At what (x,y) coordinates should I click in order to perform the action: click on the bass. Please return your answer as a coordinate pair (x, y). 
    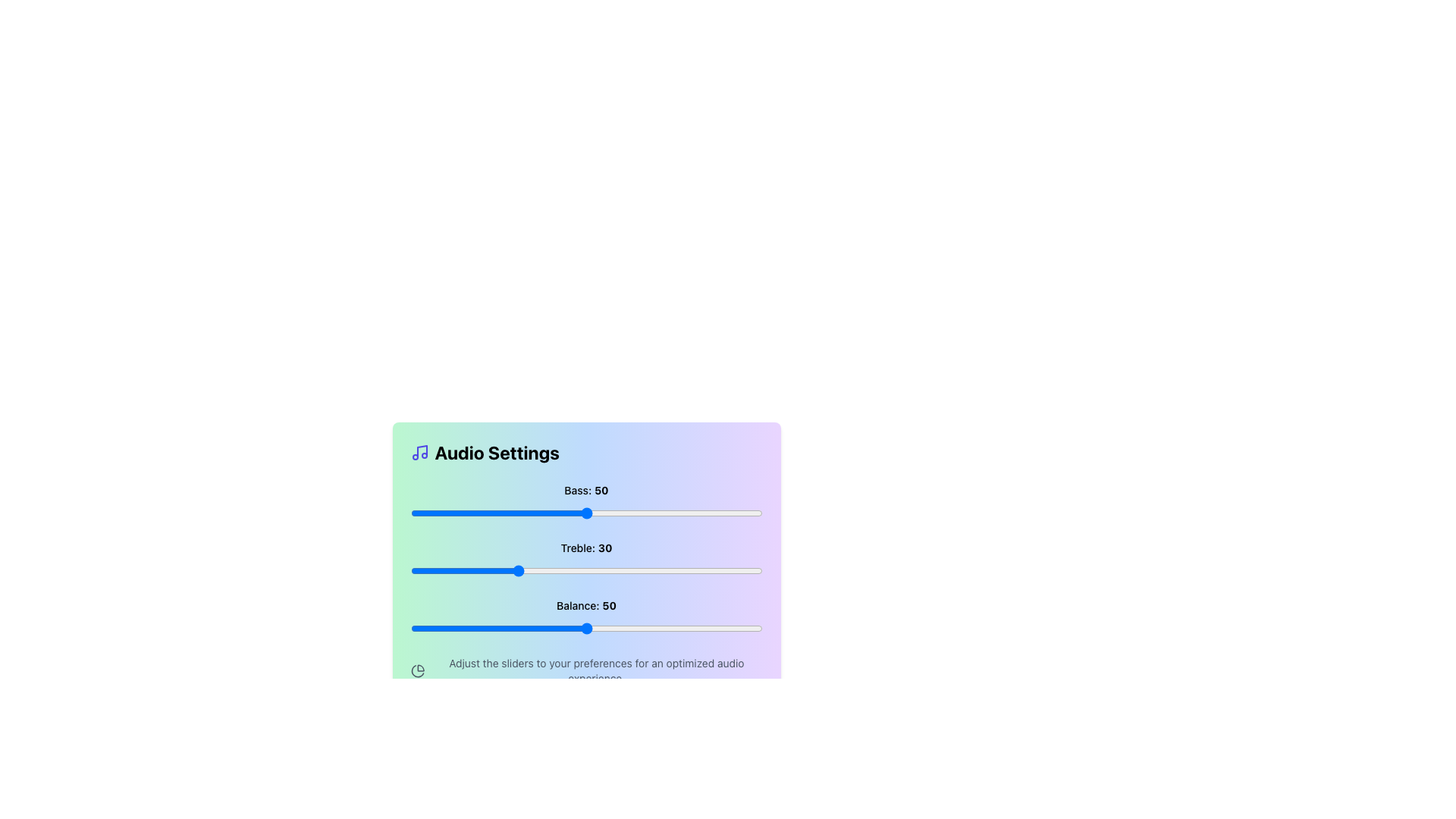
    Looking at the image, I should click on (684, 513).